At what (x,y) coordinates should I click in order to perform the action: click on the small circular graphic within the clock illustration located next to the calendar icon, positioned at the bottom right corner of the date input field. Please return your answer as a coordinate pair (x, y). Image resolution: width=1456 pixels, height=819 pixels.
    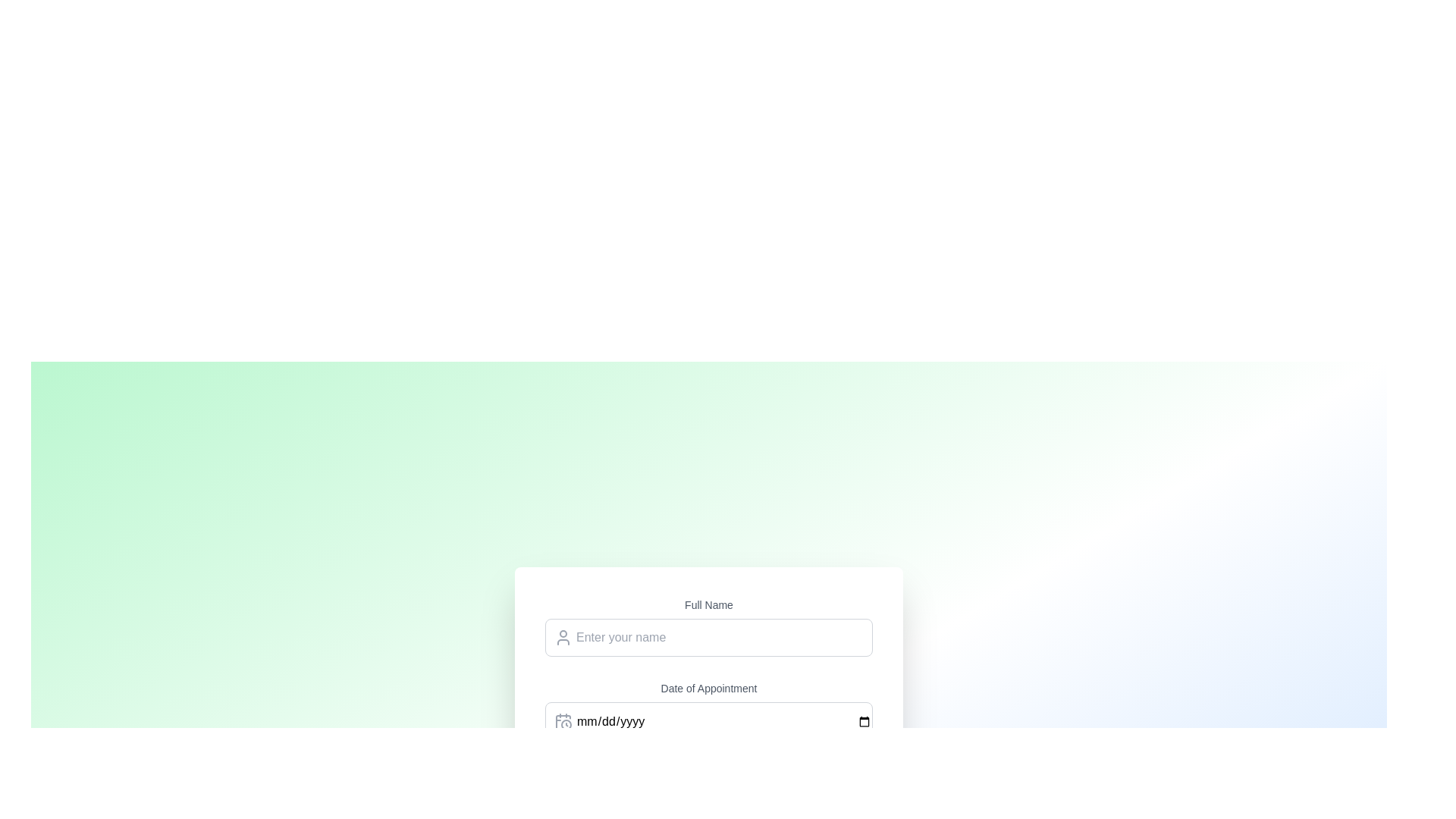
    Looking at the image, I should click on (566, 723).